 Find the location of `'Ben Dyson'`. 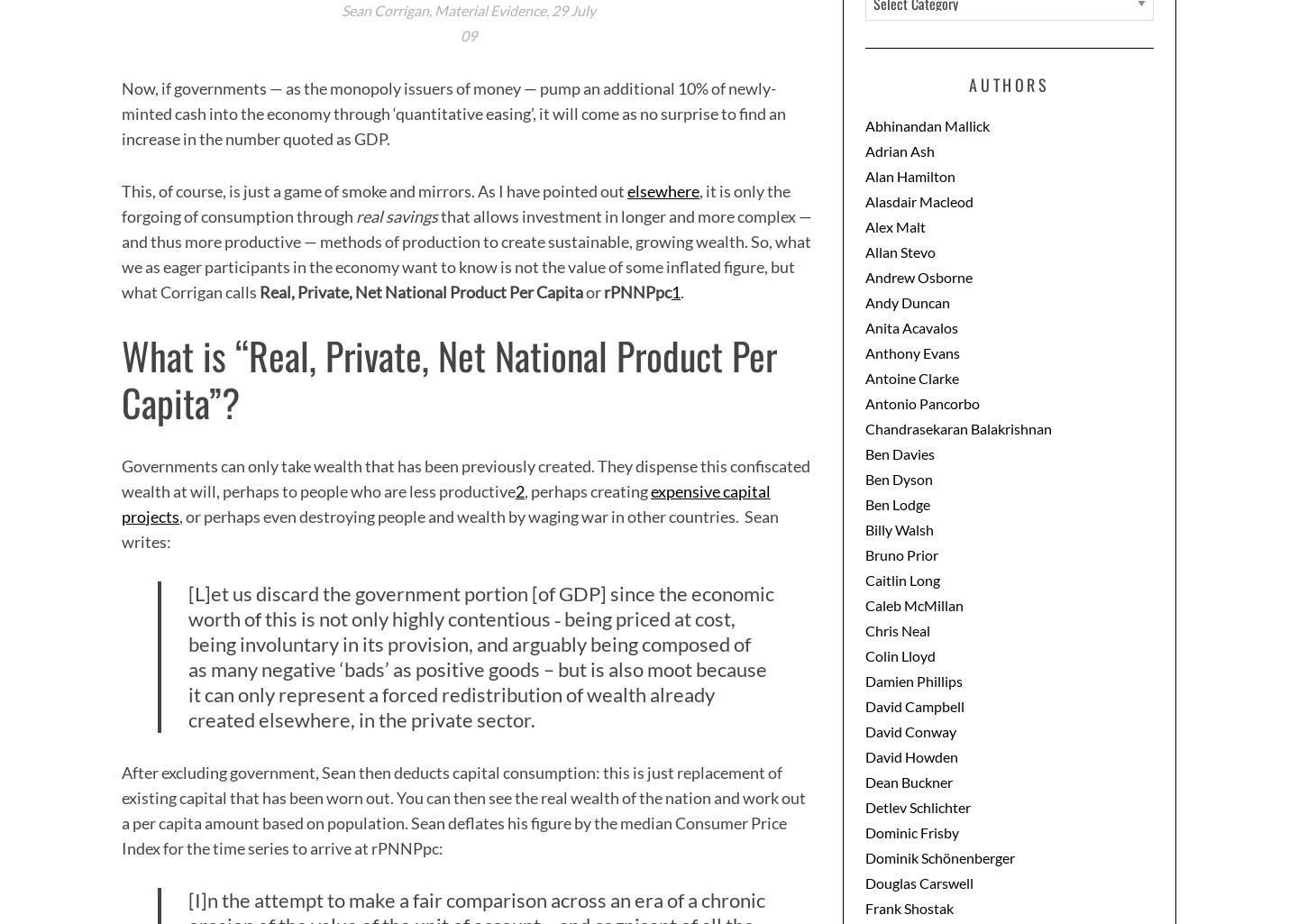

'Ben Dyson' is located at coordinates (898, 477).